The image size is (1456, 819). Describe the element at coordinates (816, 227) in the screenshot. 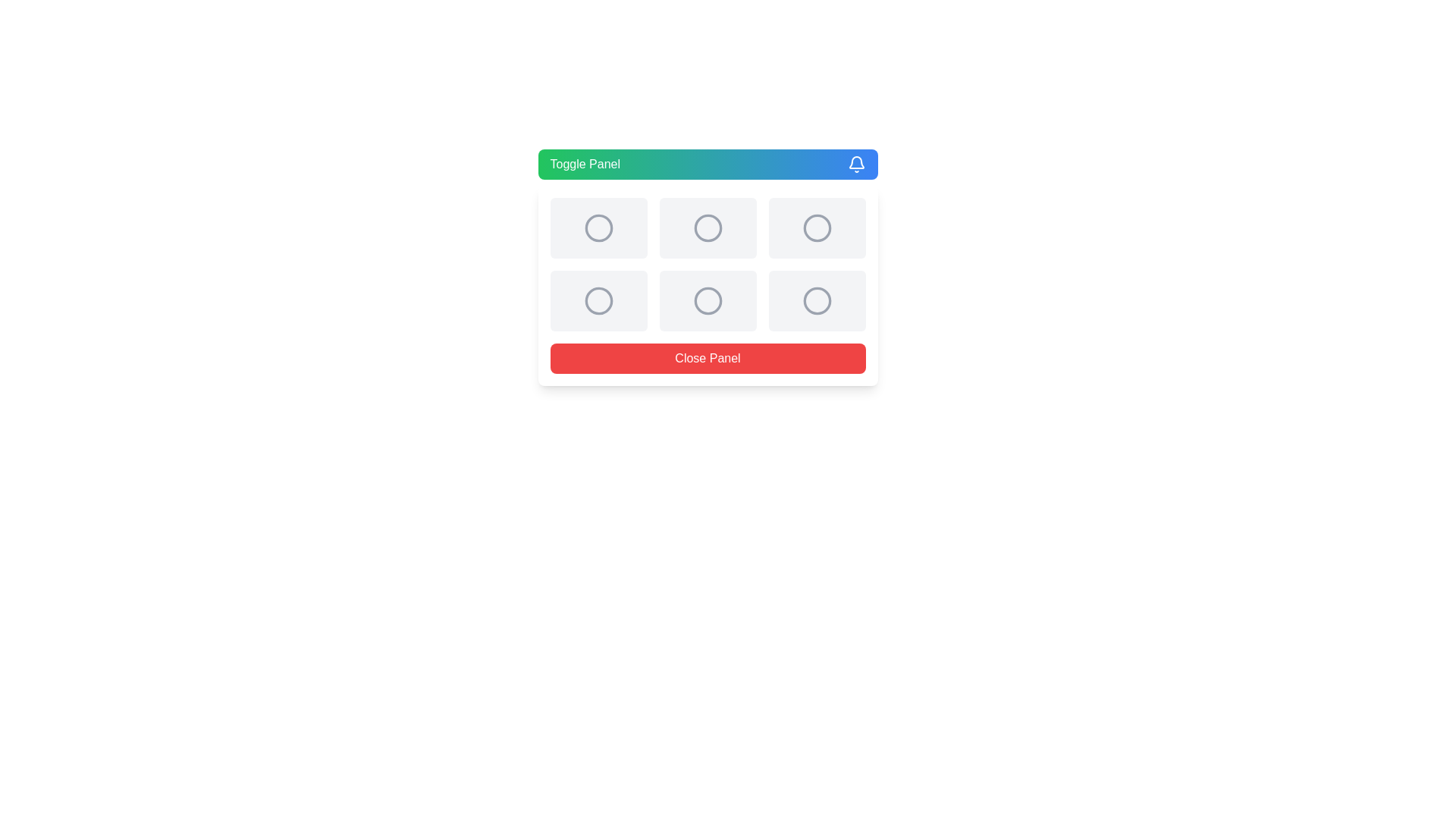

I see `the inactive button or placeholder, which is a square card with rounded corners and a light gray background, located in the third column of the first row of a 3x3 grid layout` at that location.